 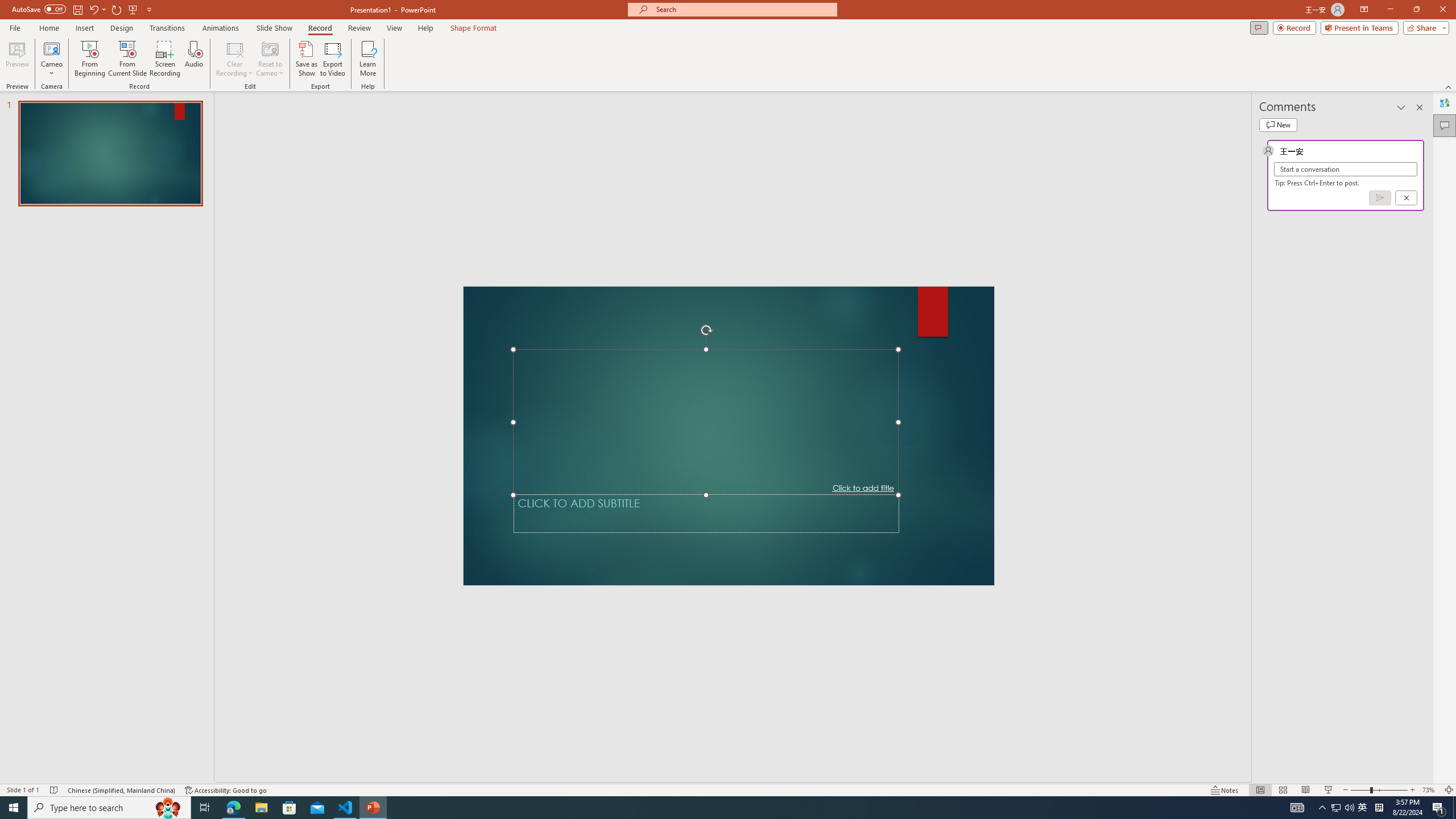 What do you see at coordinates (1219, 773) in the screenshot?
I see `'Read Mode'` at bounding box center [1219, 773].